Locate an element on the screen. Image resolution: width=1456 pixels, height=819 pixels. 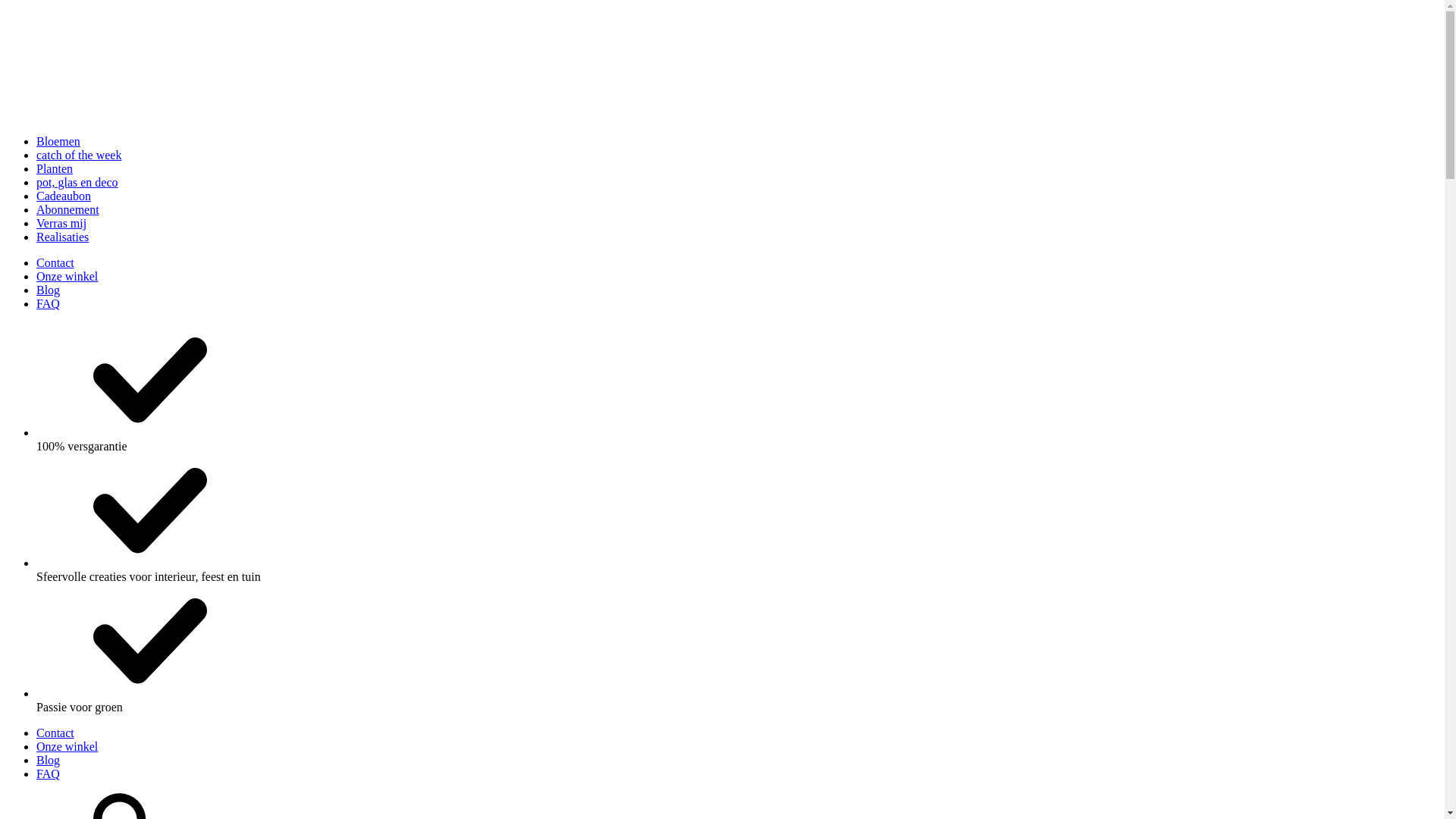
'Planten' is located at coordinates (55, 168).